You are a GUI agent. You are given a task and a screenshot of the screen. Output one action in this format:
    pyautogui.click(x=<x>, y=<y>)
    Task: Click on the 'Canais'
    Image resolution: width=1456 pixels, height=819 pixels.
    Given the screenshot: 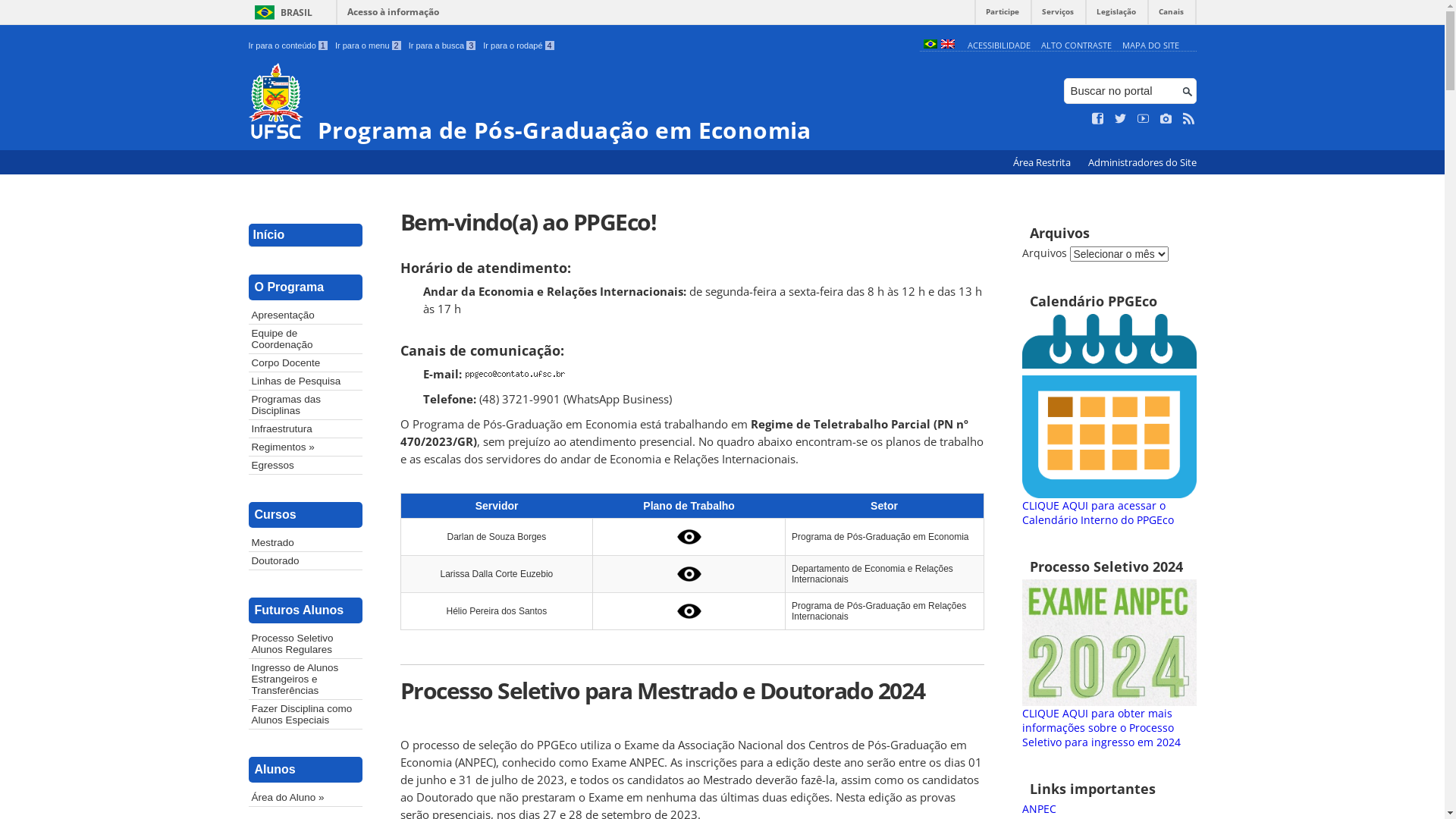 What is the action you would take?
    pyautogui.click(x=1170, y=15)
    